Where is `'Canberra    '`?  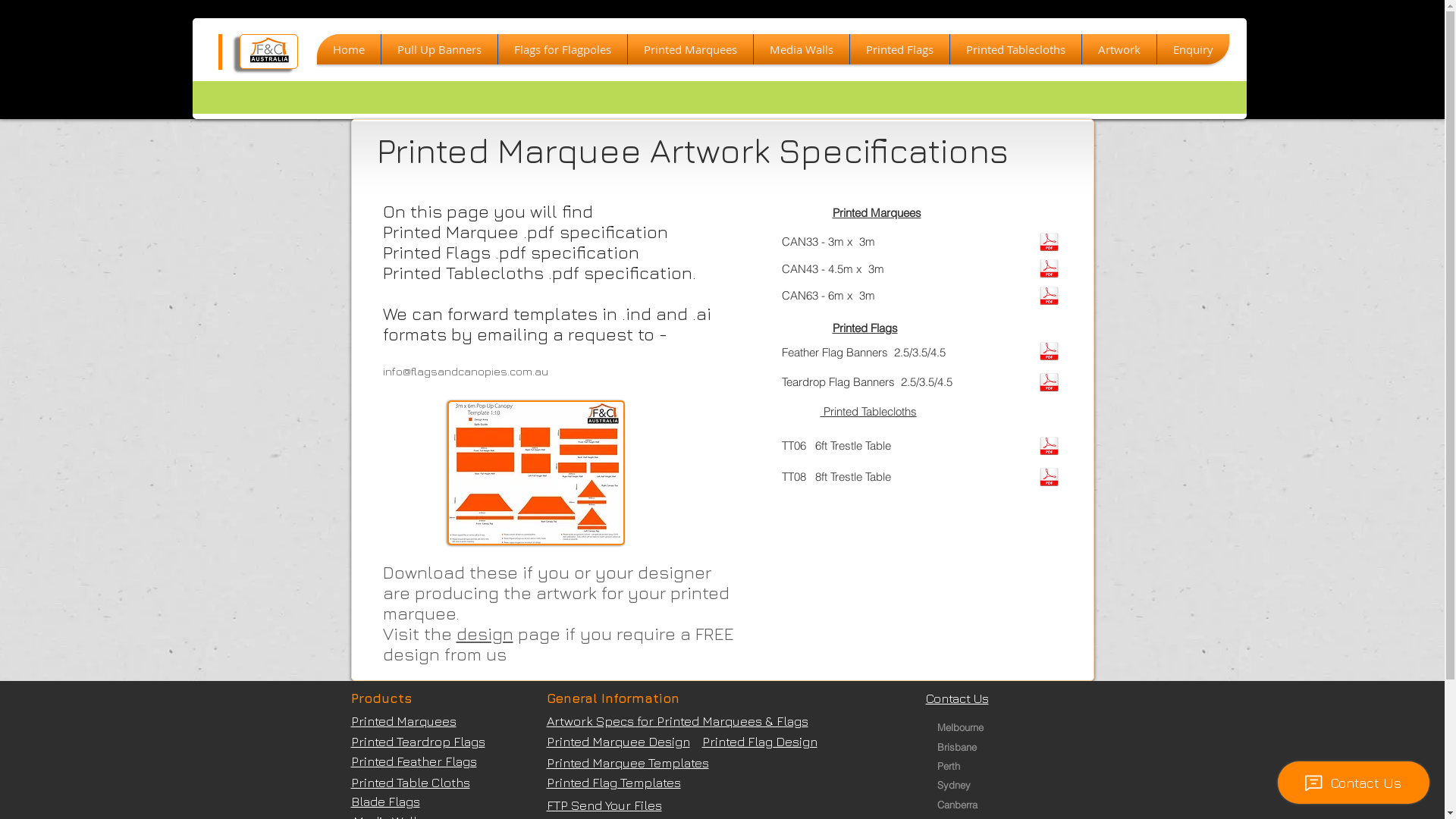
'Canberra    ' is located at coordinates (962, 803).